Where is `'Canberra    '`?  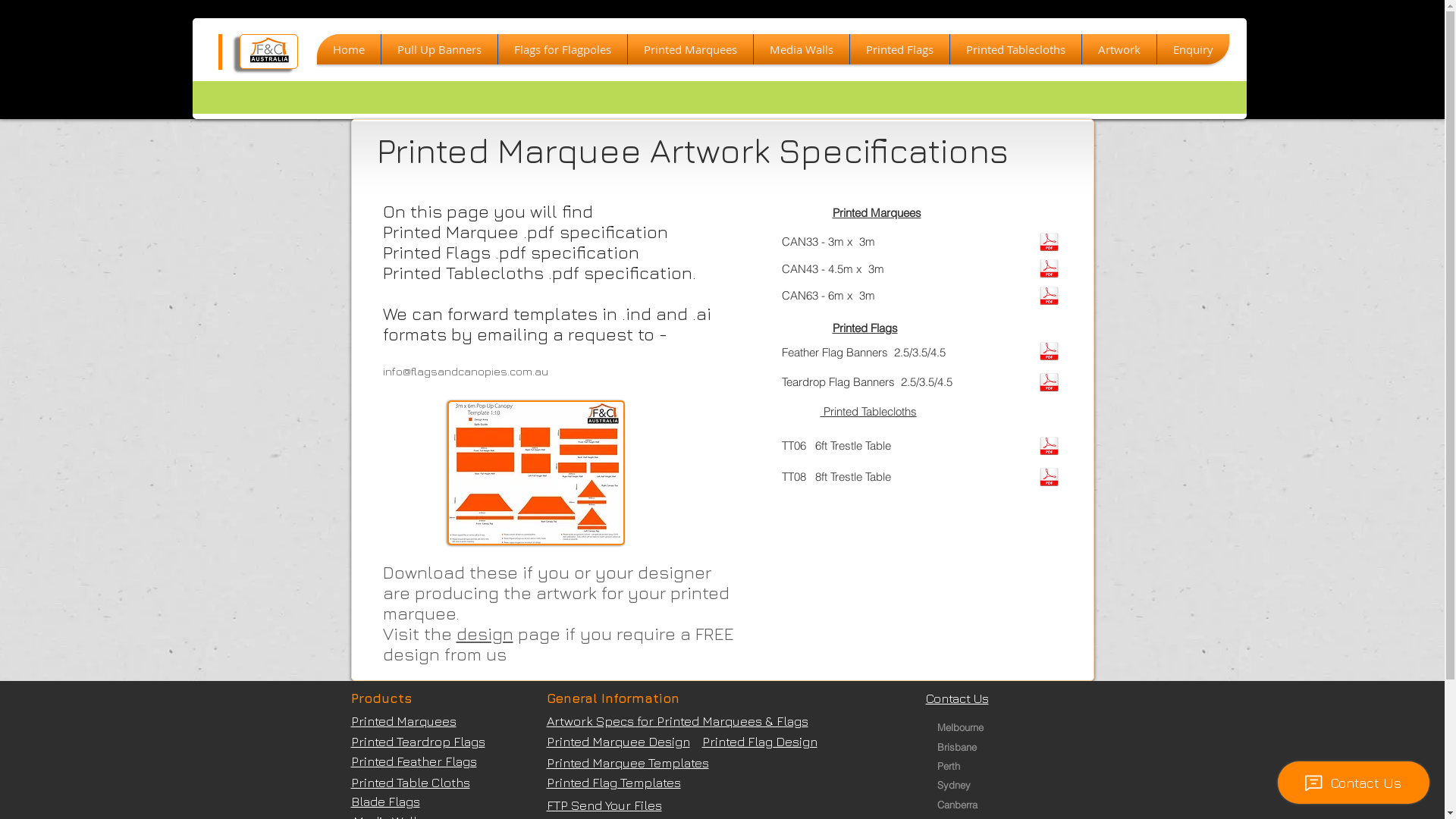
'Canberra    ' is located at coordinates (962, 803).